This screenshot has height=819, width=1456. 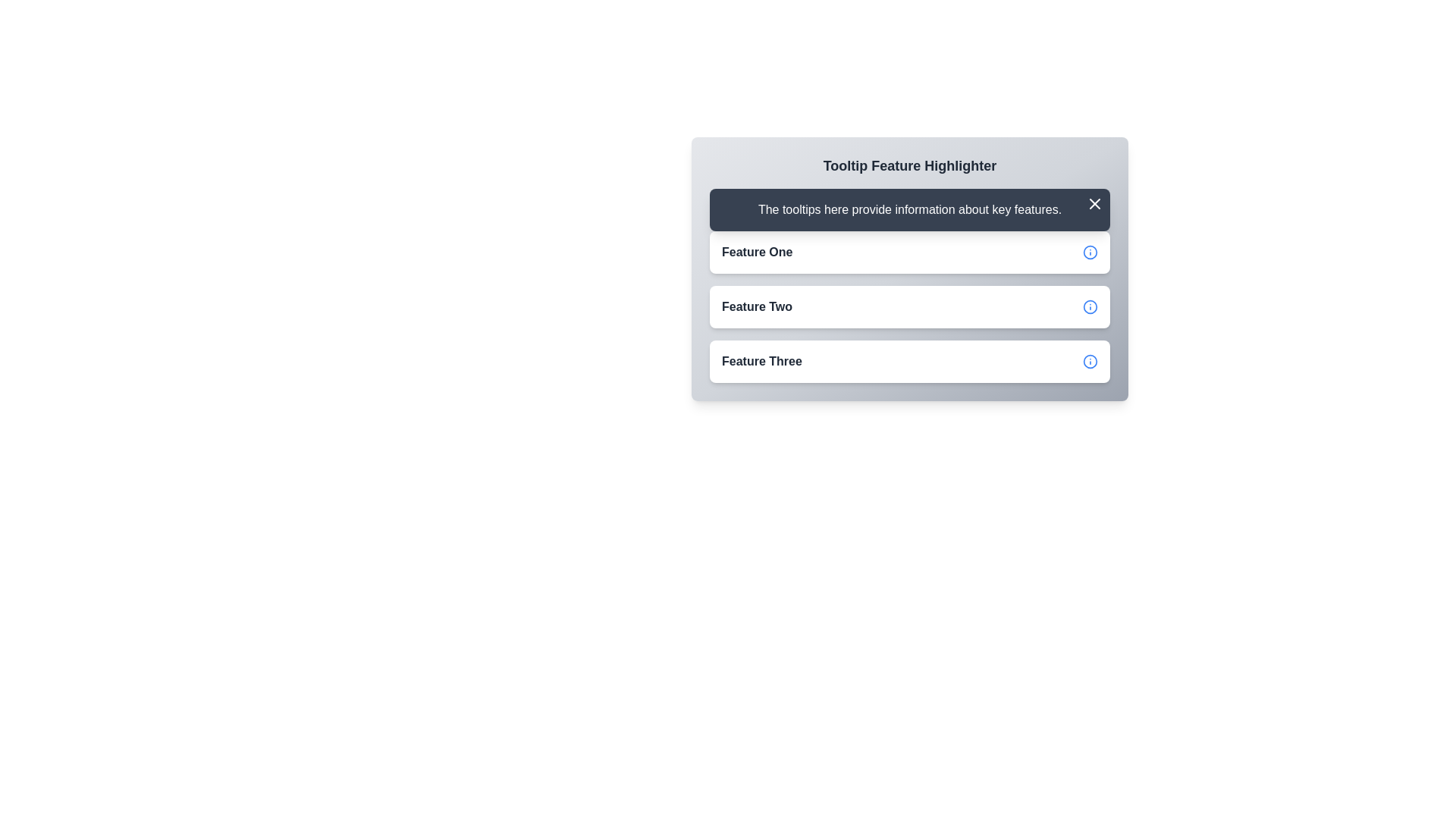 What do you see at coordinates (1095, 203) in the screenshot?
I see `the close button located in the top right corner of the tooltip` at bounding box center [1095, 203].